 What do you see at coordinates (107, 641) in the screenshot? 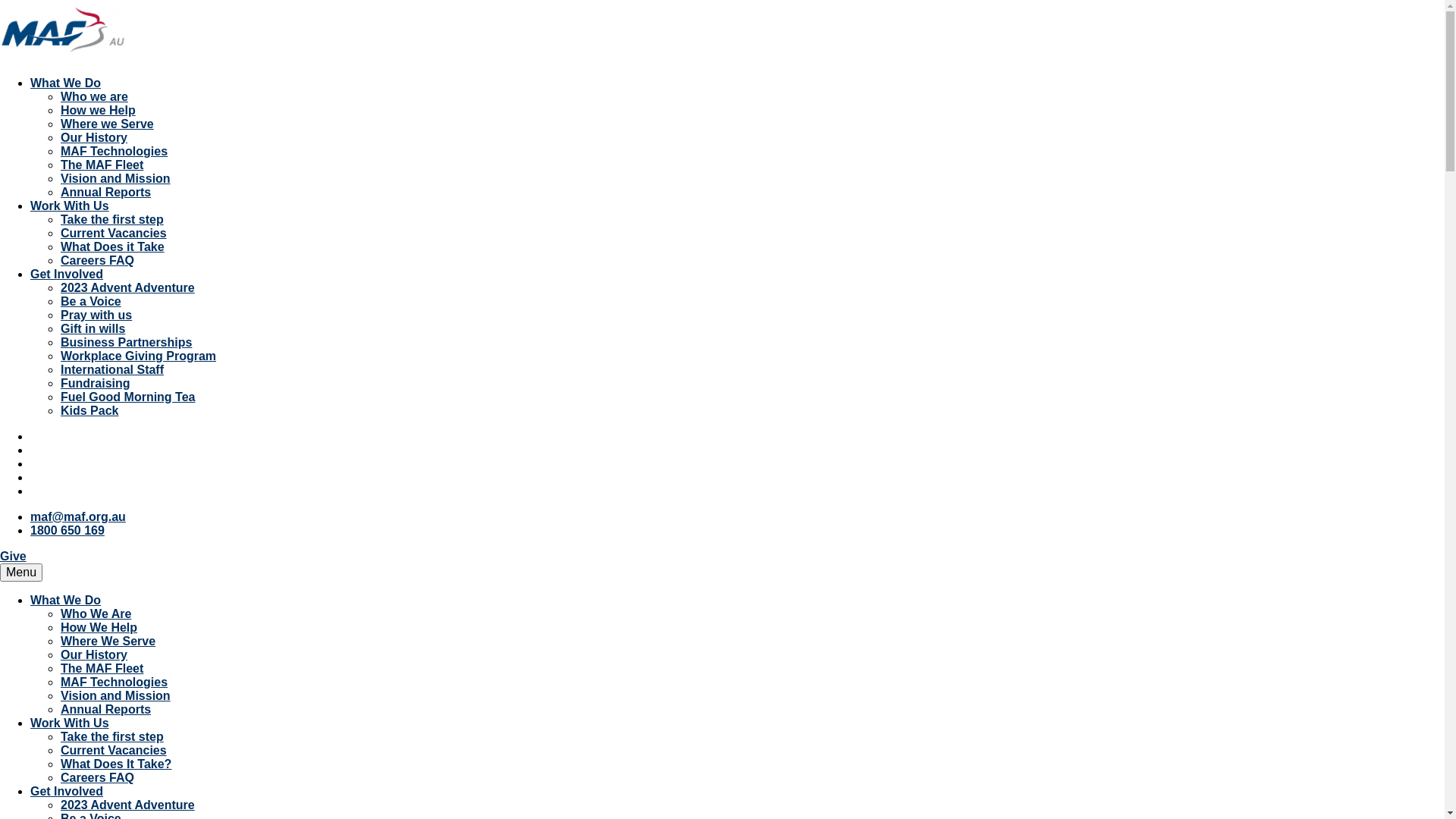
I see `'Where We Serve'` at bounding box center [107, 641].